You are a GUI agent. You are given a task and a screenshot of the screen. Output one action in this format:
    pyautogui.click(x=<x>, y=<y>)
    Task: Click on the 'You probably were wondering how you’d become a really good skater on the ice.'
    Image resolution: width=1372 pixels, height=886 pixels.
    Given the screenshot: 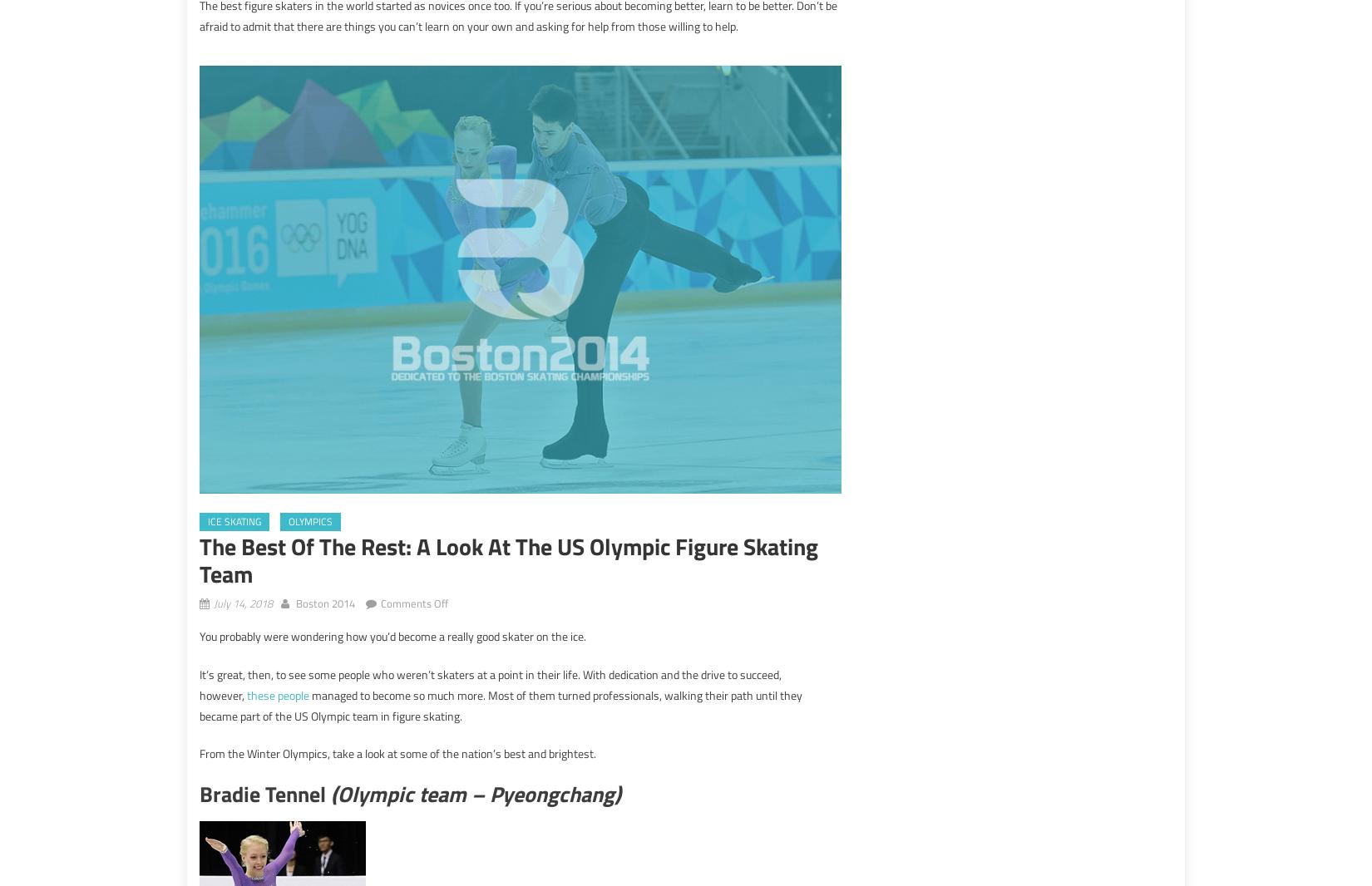 What is the action you would take?
    pyautogui.click(x=392, y=635)
    